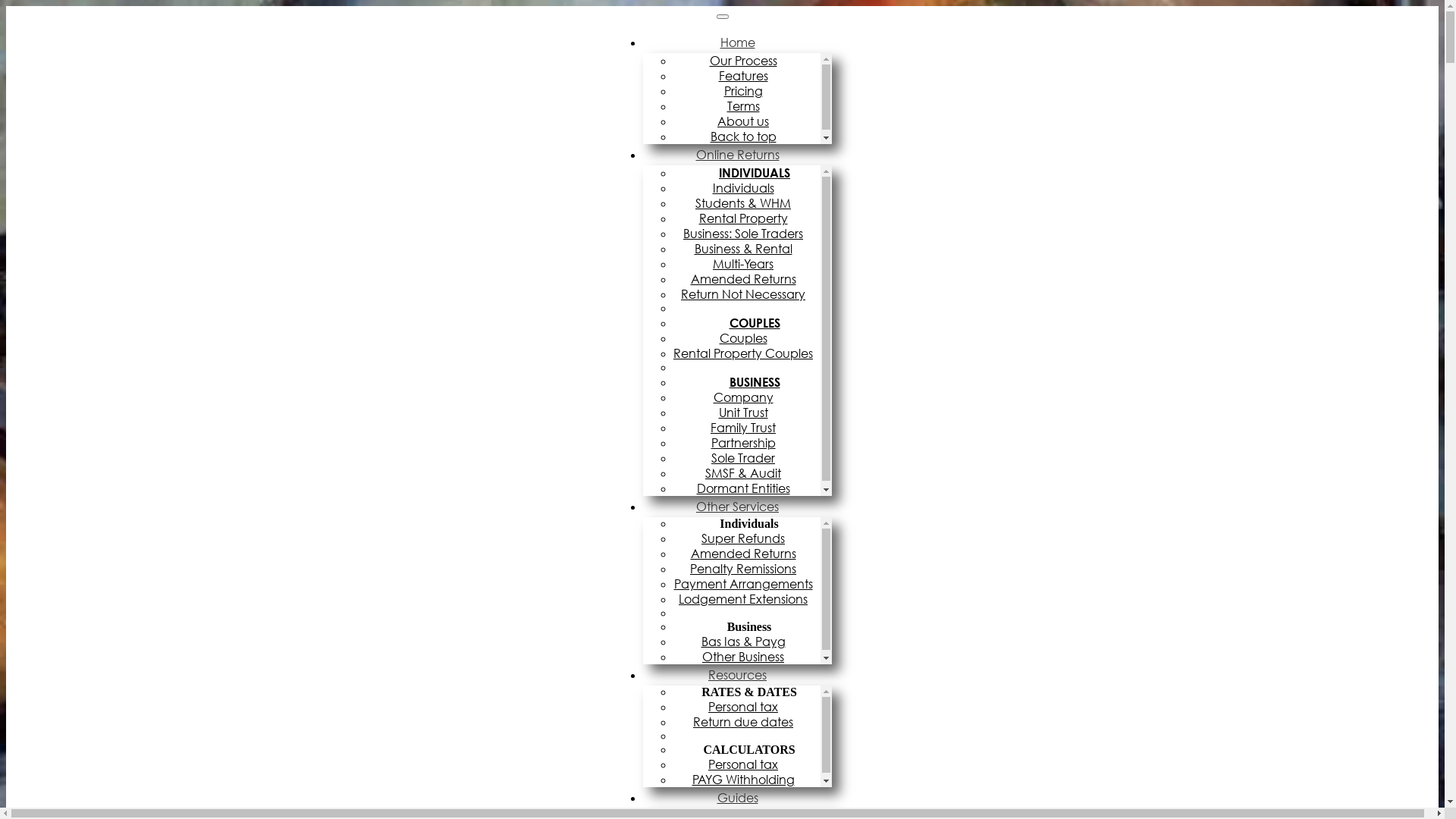 This screenshot has width=1456, height=819. I want to click on 'Family Trust', so click(746, 427).